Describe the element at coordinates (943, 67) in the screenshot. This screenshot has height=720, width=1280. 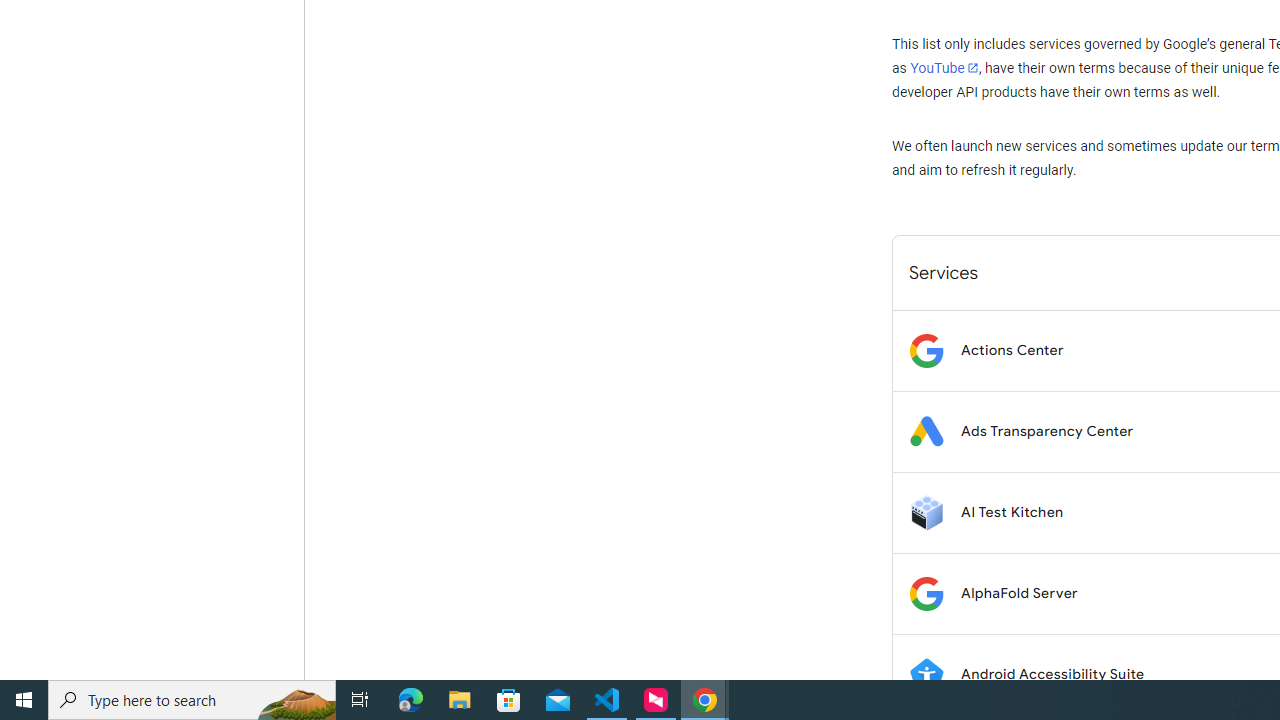
I see `'YouTube'` at that location.